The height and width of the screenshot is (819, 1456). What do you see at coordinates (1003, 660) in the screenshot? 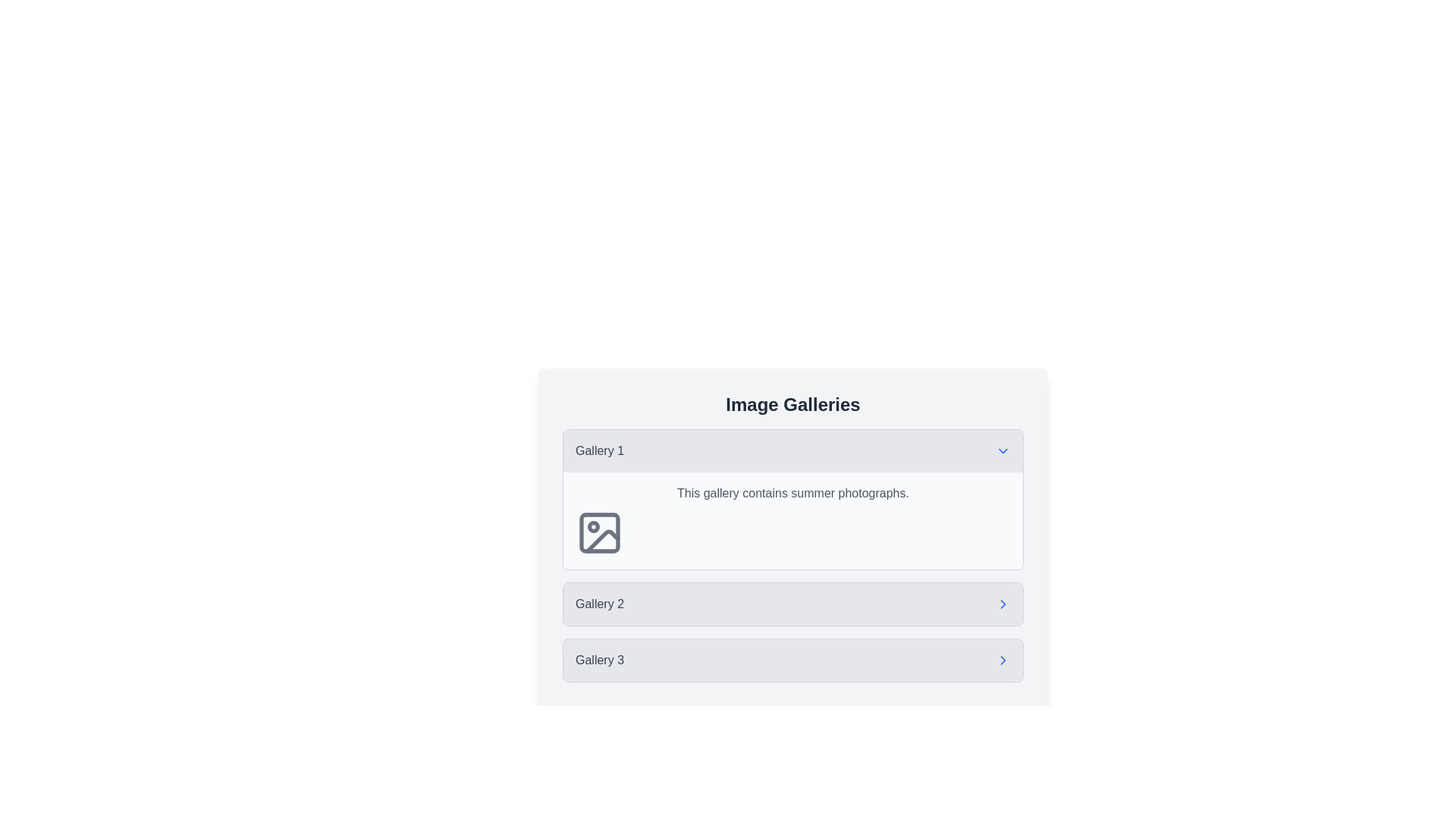
I see `the chevron icon indicating navigability for 'Gallery 3', which is located to the right of the text label 'Gallery 3' in a vertical list of options` at bounding box center [1003, 660].